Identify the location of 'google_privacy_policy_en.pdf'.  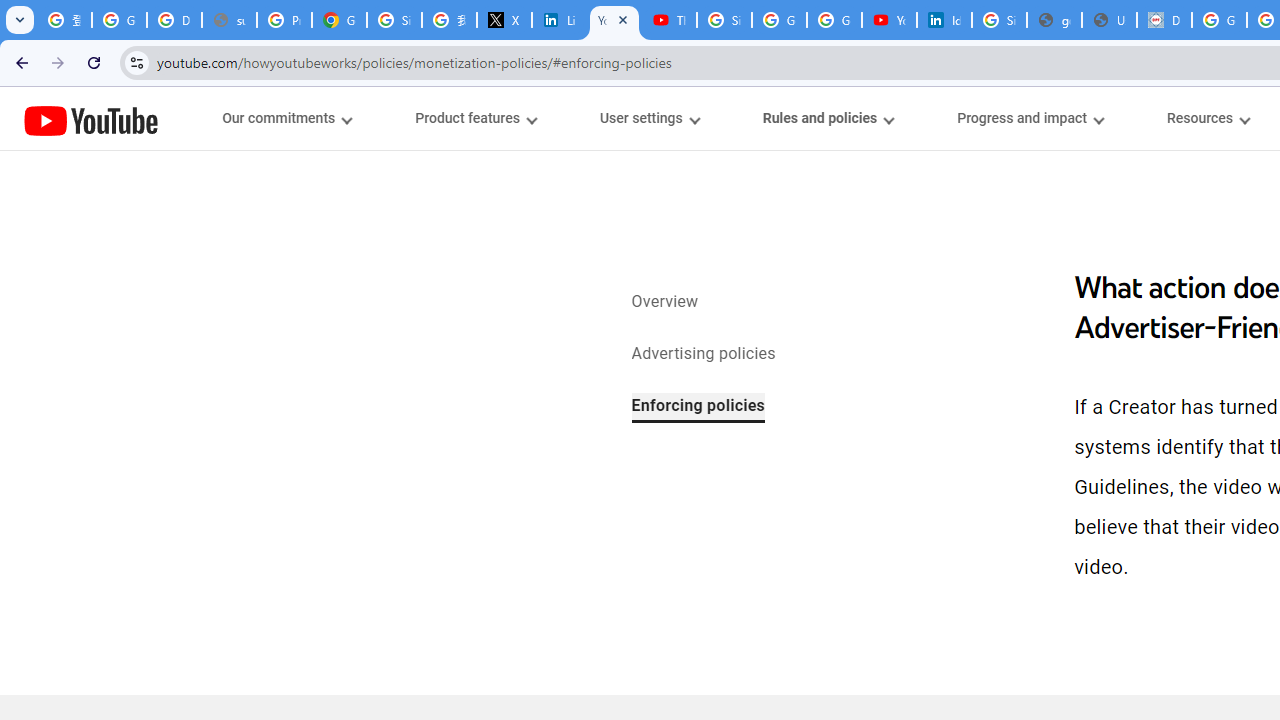
(1053, 20).